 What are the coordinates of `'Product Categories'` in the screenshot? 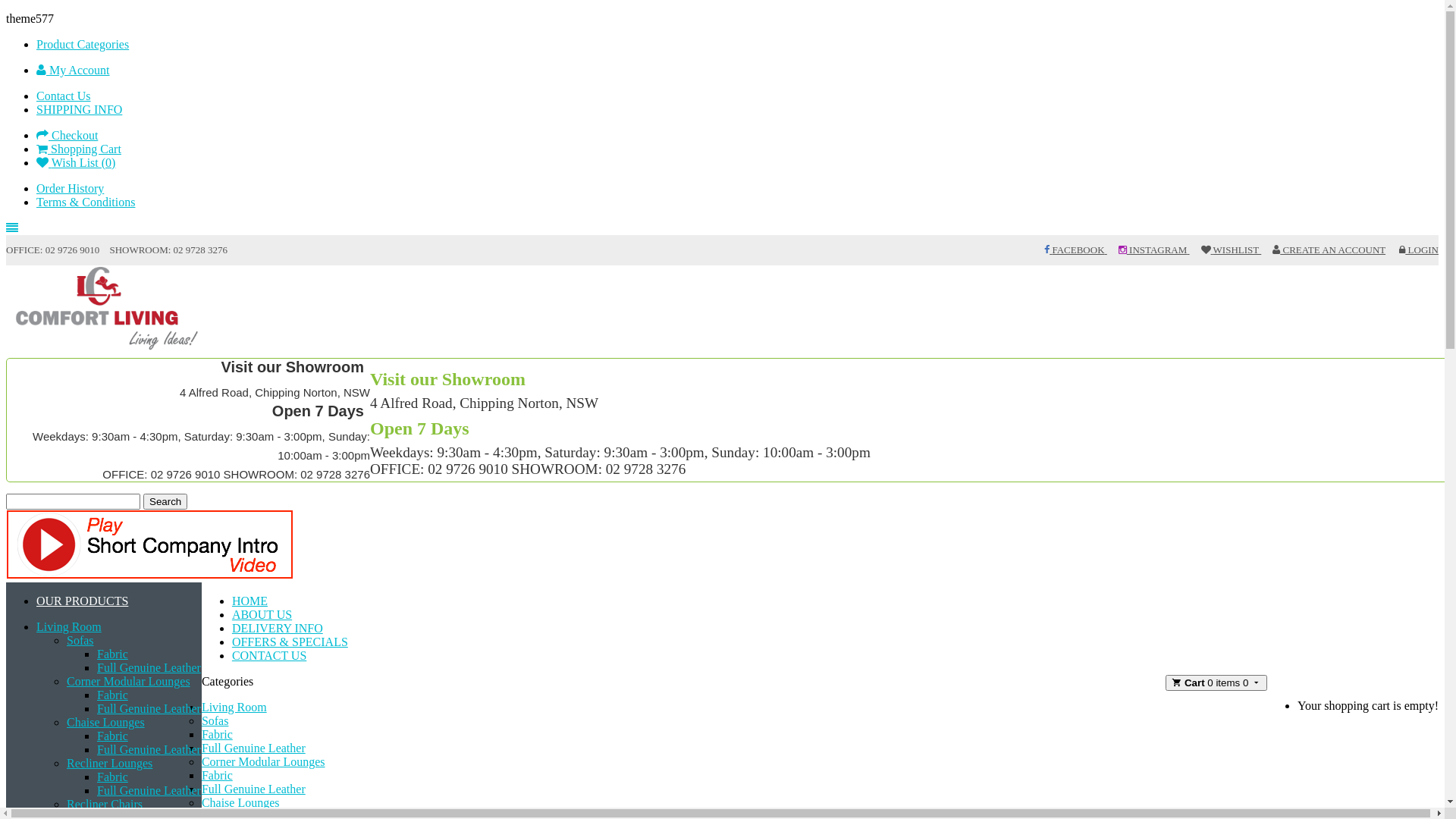 It's located at (82, 43).